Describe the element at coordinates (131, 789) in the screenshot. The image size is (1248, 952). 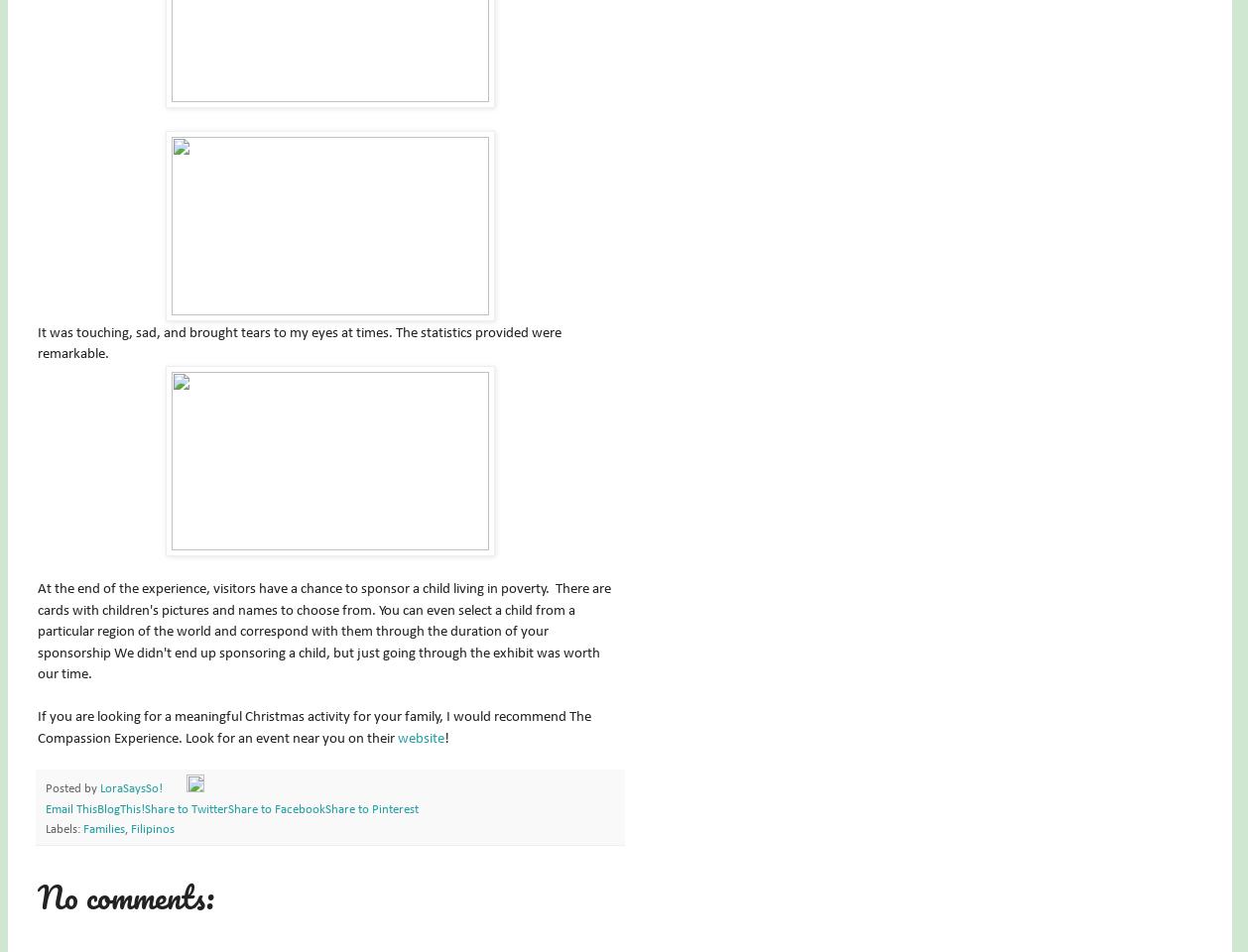
I see `'LoraSaysSo!'` at that location.